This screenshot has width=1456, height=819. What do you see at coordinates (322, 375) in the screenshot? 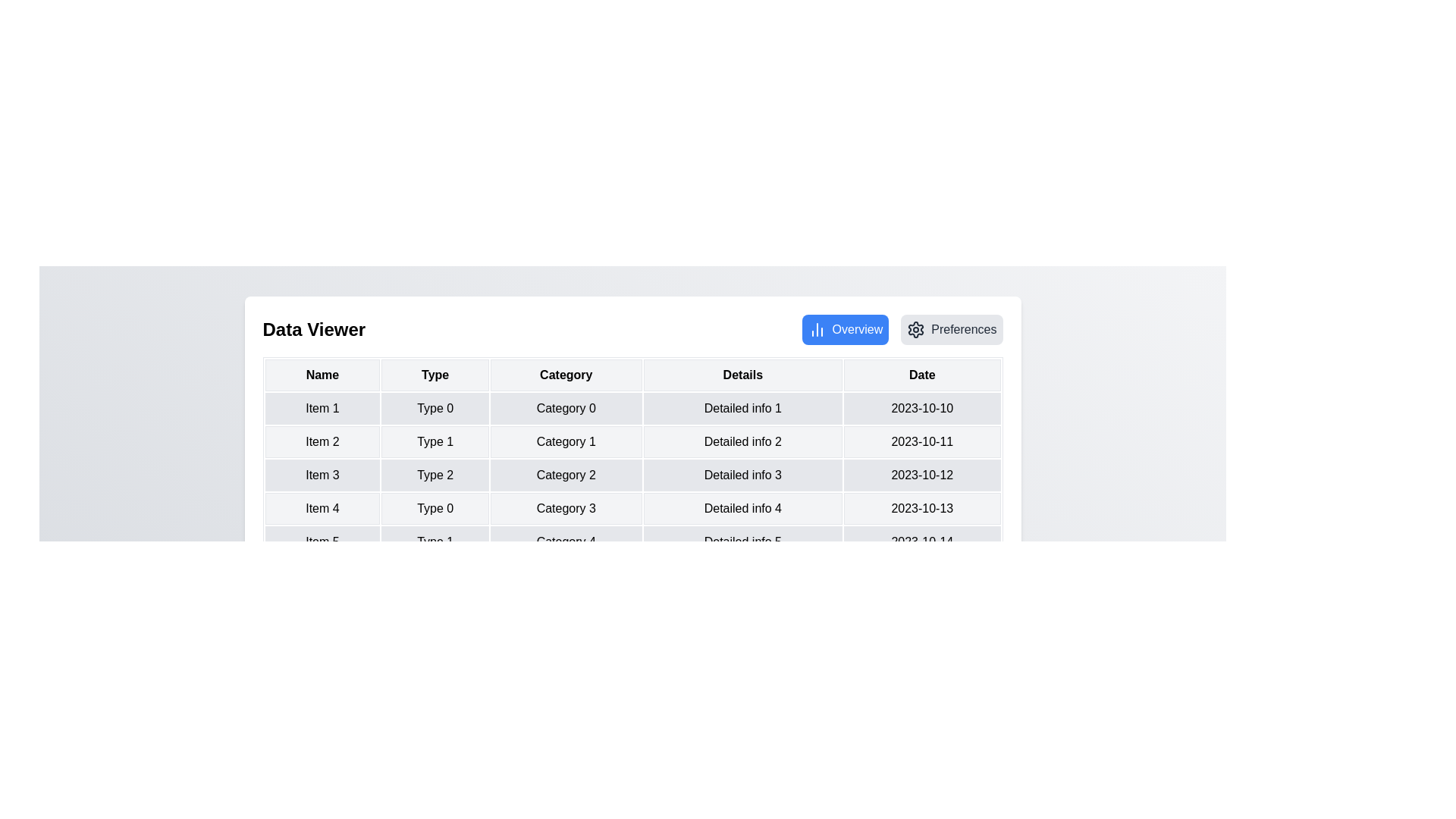
I see `the column header Name to explore sorting options` at bounding box center [322, 375].